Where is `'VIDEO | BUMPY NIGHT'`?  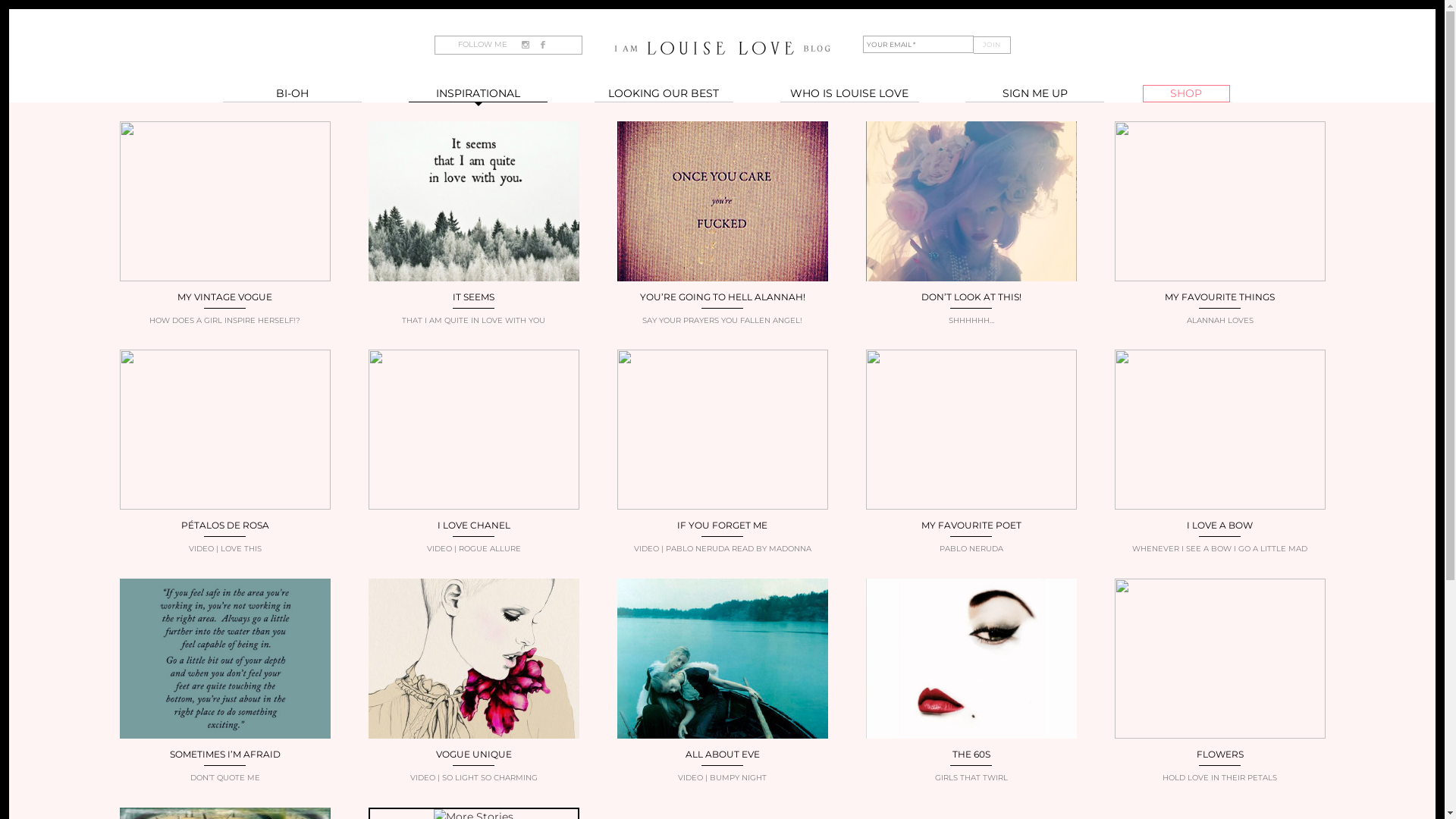 'VIDEO | BUMPY NIGHT' is located at coordinates (722, 777).